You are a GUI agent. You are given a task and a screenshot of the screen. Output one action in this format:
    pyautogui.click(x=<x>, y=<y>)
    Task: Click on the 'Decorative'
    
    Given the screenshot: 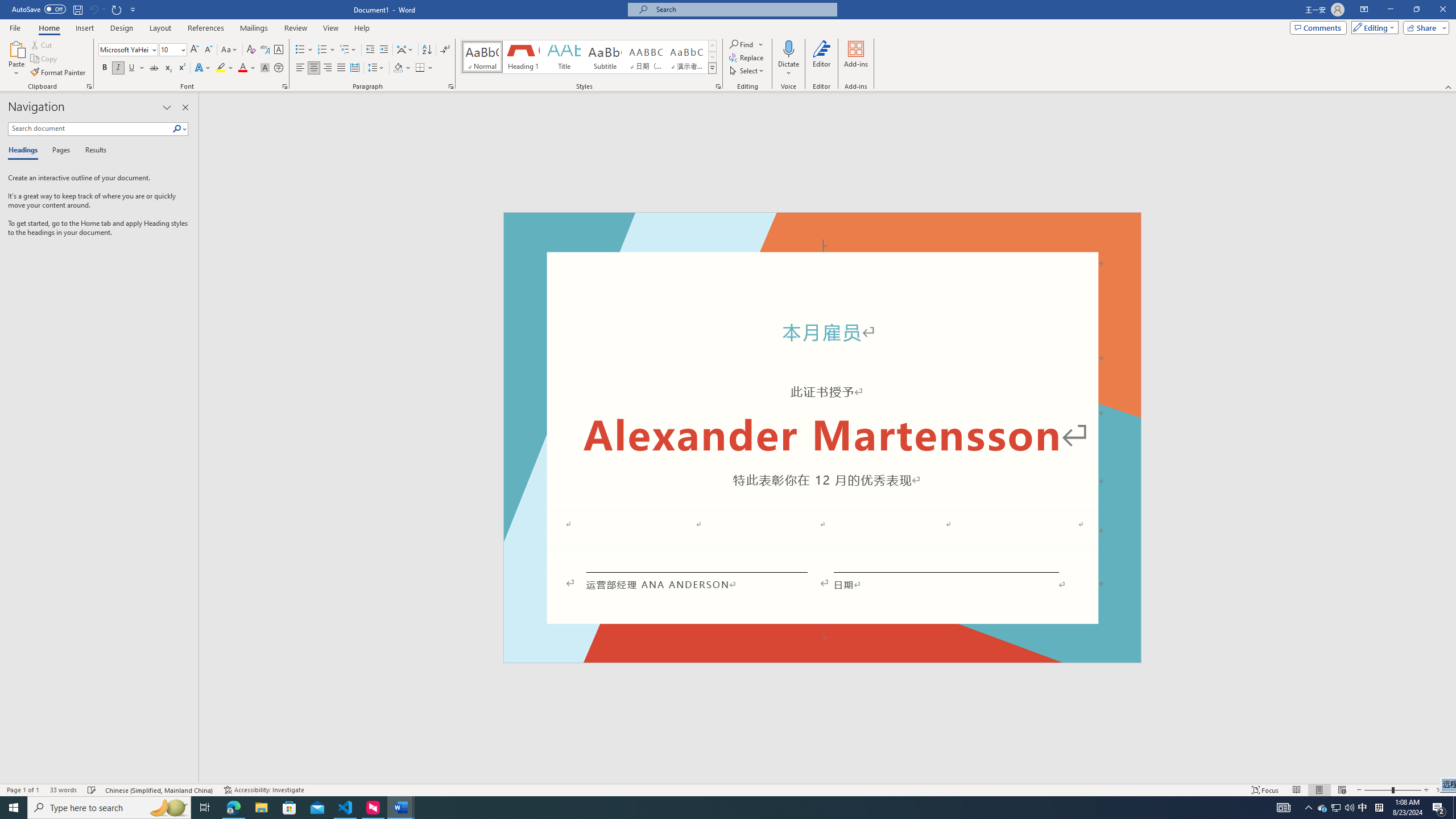 What is the action you would take?
    pyautogui.click(x=822, y=437)
    